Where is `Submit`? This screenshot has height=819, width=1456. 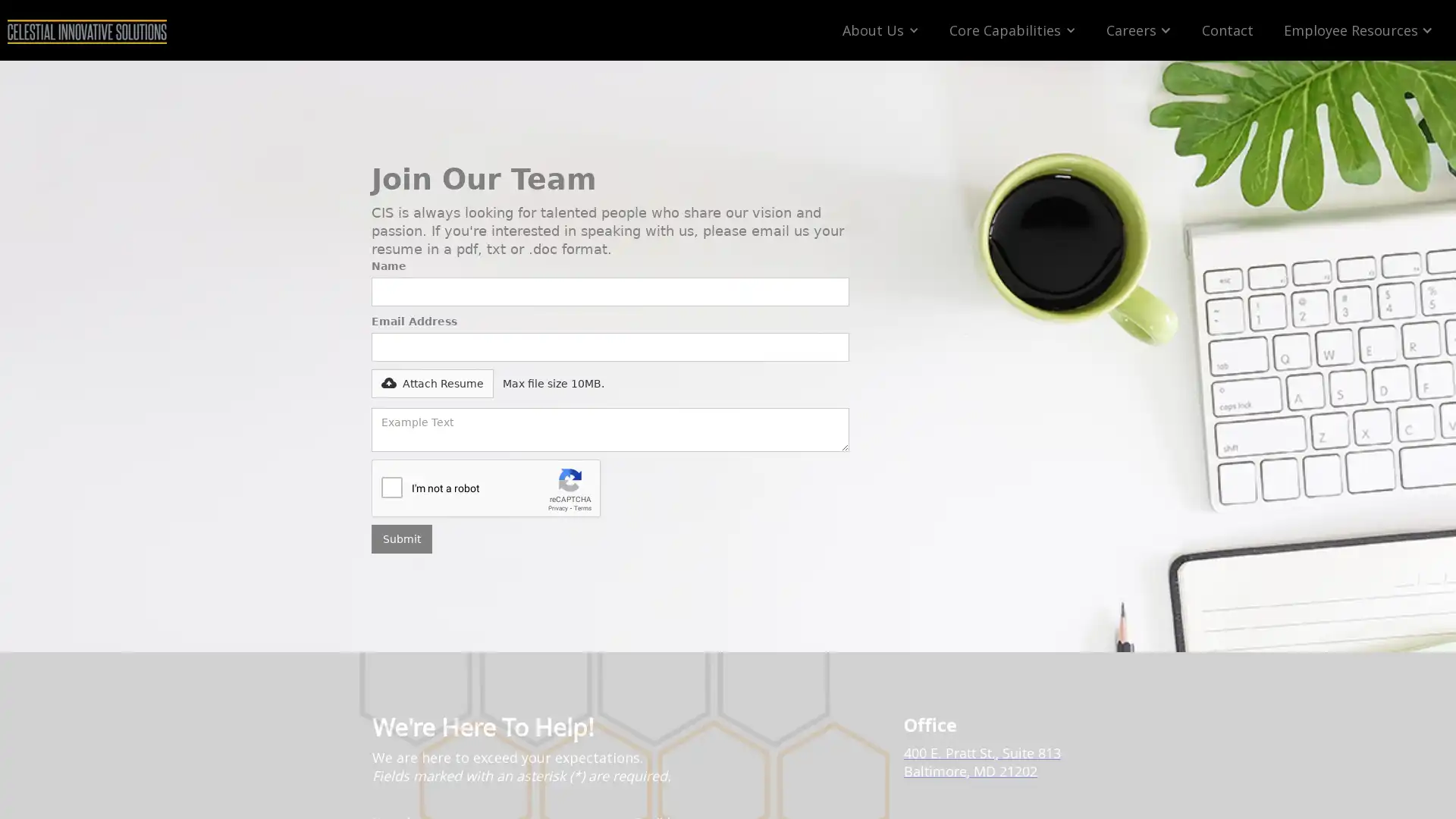
Submit is located at coordinates (401, 538).